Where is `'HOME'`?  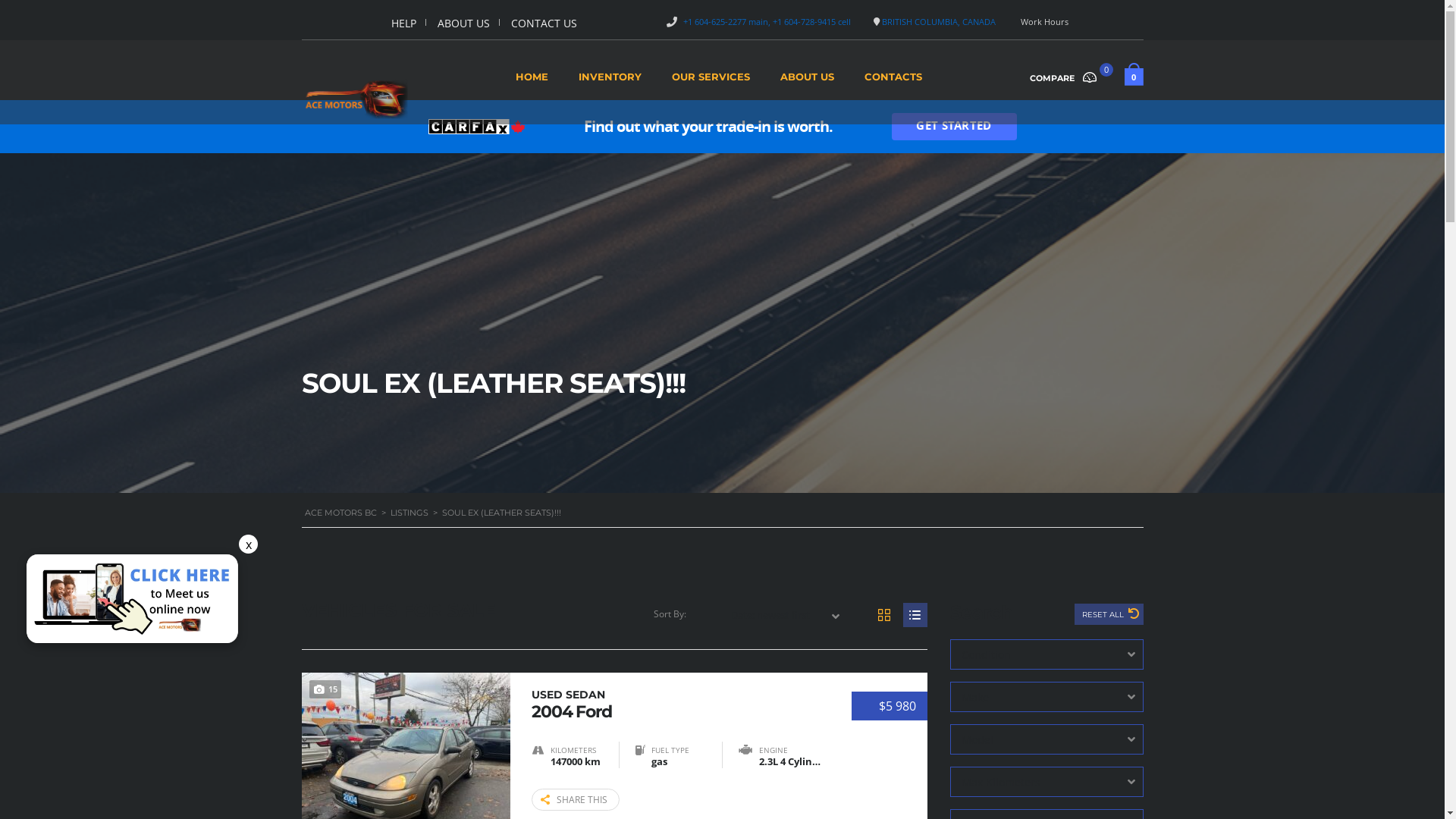
'HOME' is located at coordinates (532, 81).